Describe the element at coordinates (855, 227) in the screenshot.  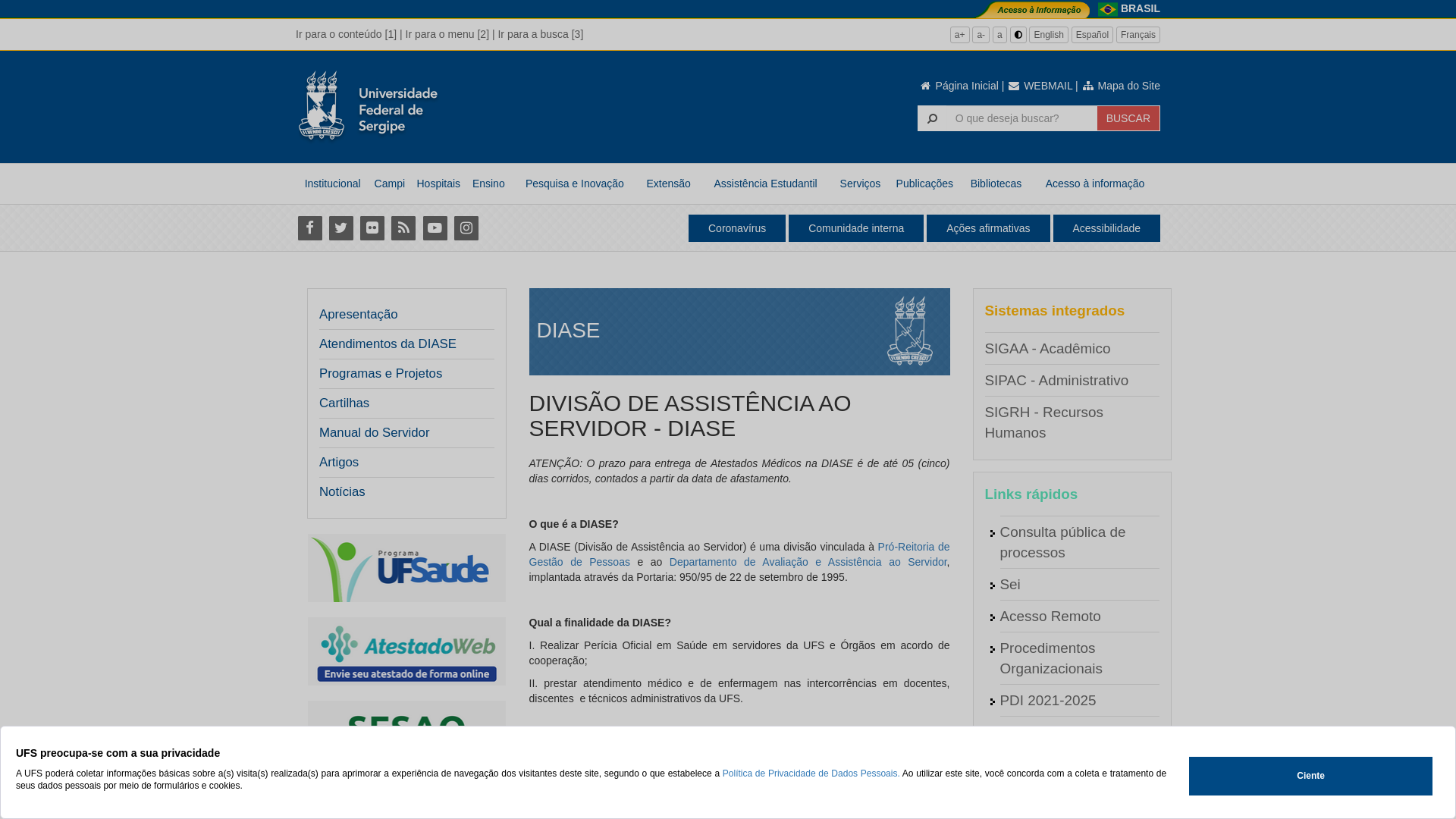
I see `'Comunidade interna'` at that location.